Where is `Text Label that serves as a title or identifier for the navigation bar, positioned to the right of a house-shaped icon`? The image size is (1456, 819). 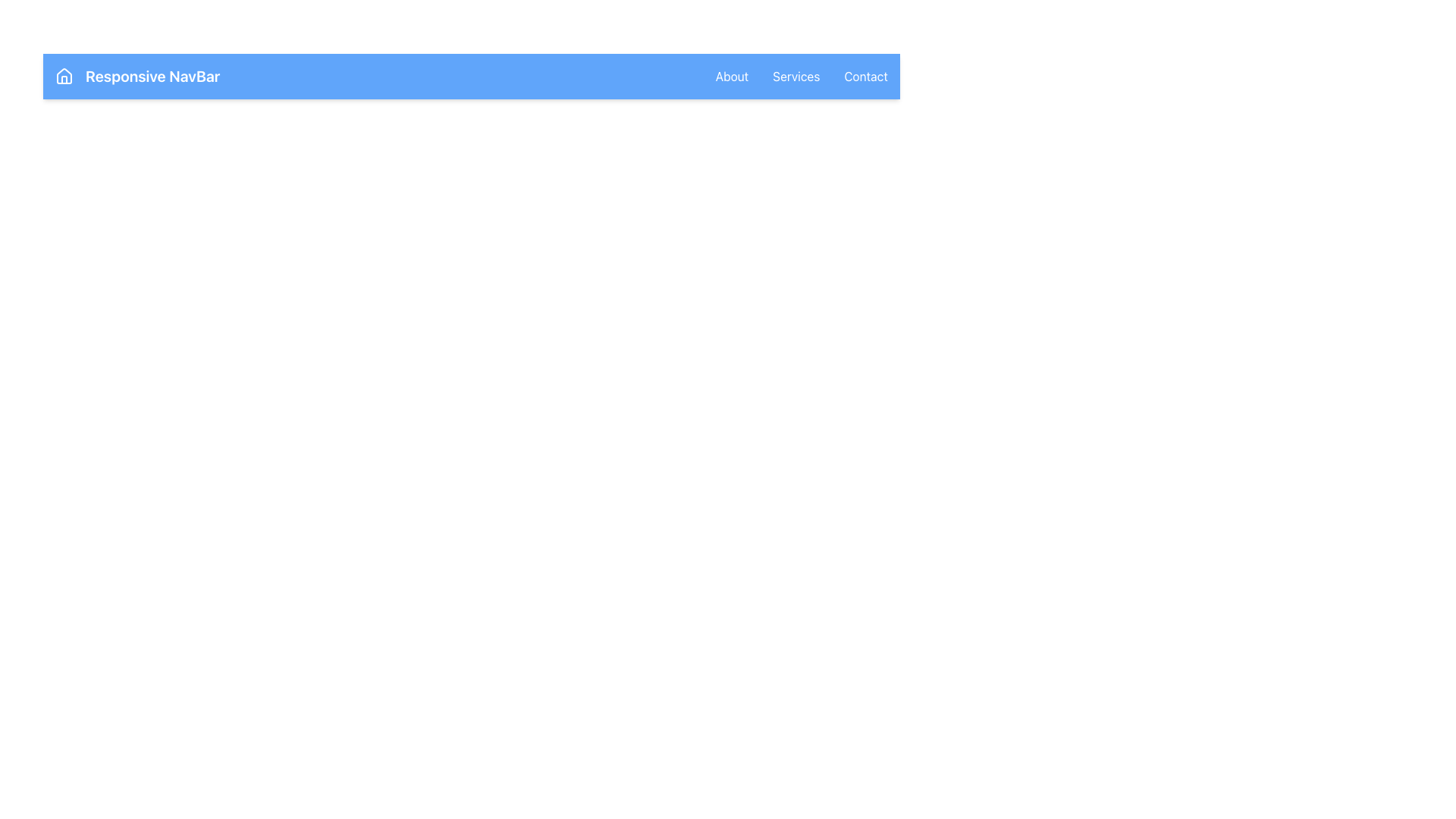
Text Label that serves as a title or identifier for the navigation bar, positioned to the right of a house-shaped icon is located at coordinates (152, 76).